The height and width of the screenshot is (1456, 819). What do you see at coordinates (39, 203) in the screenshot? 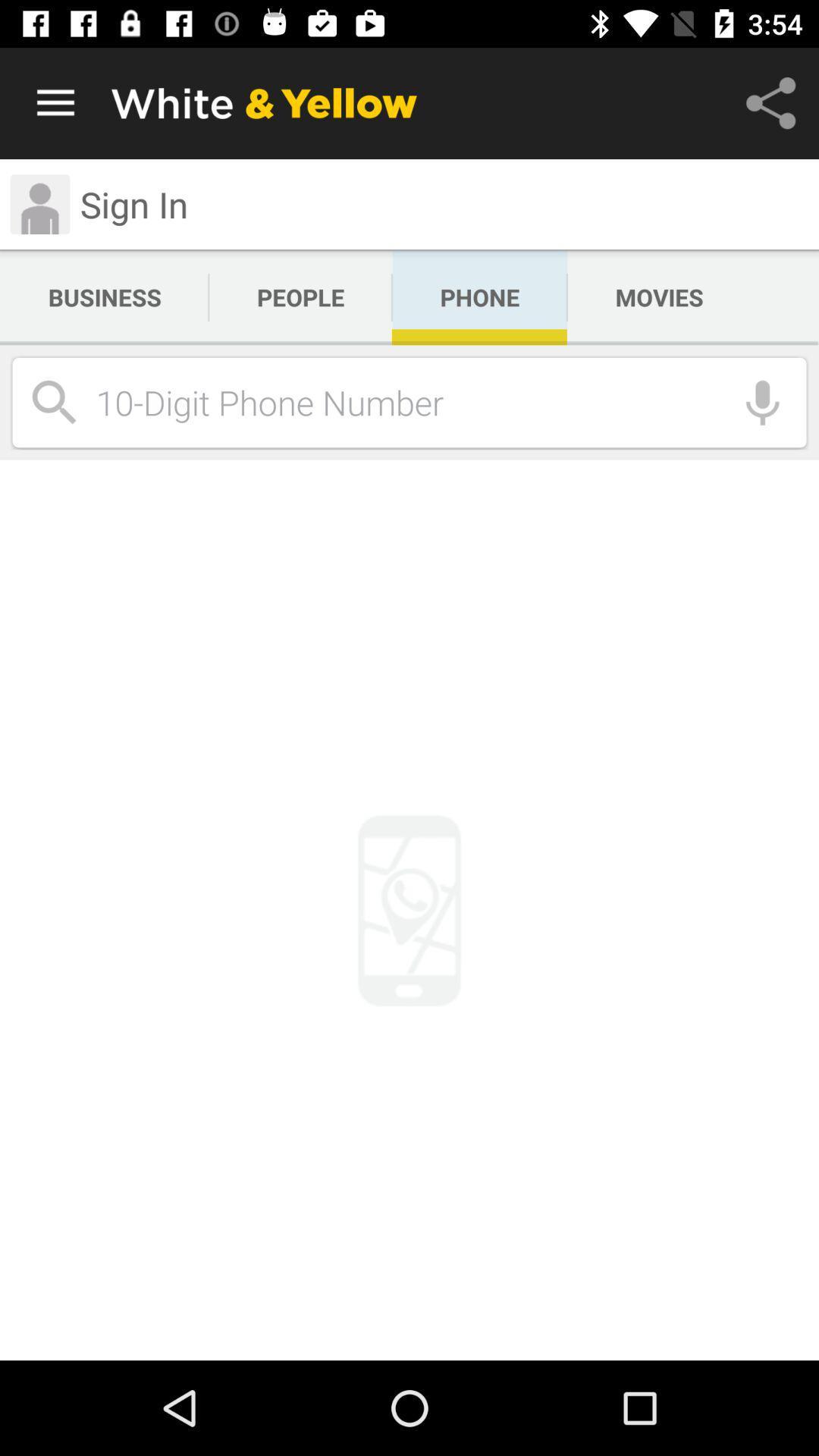
I see `icon next to sign in item` at bounding box center [39, 203].